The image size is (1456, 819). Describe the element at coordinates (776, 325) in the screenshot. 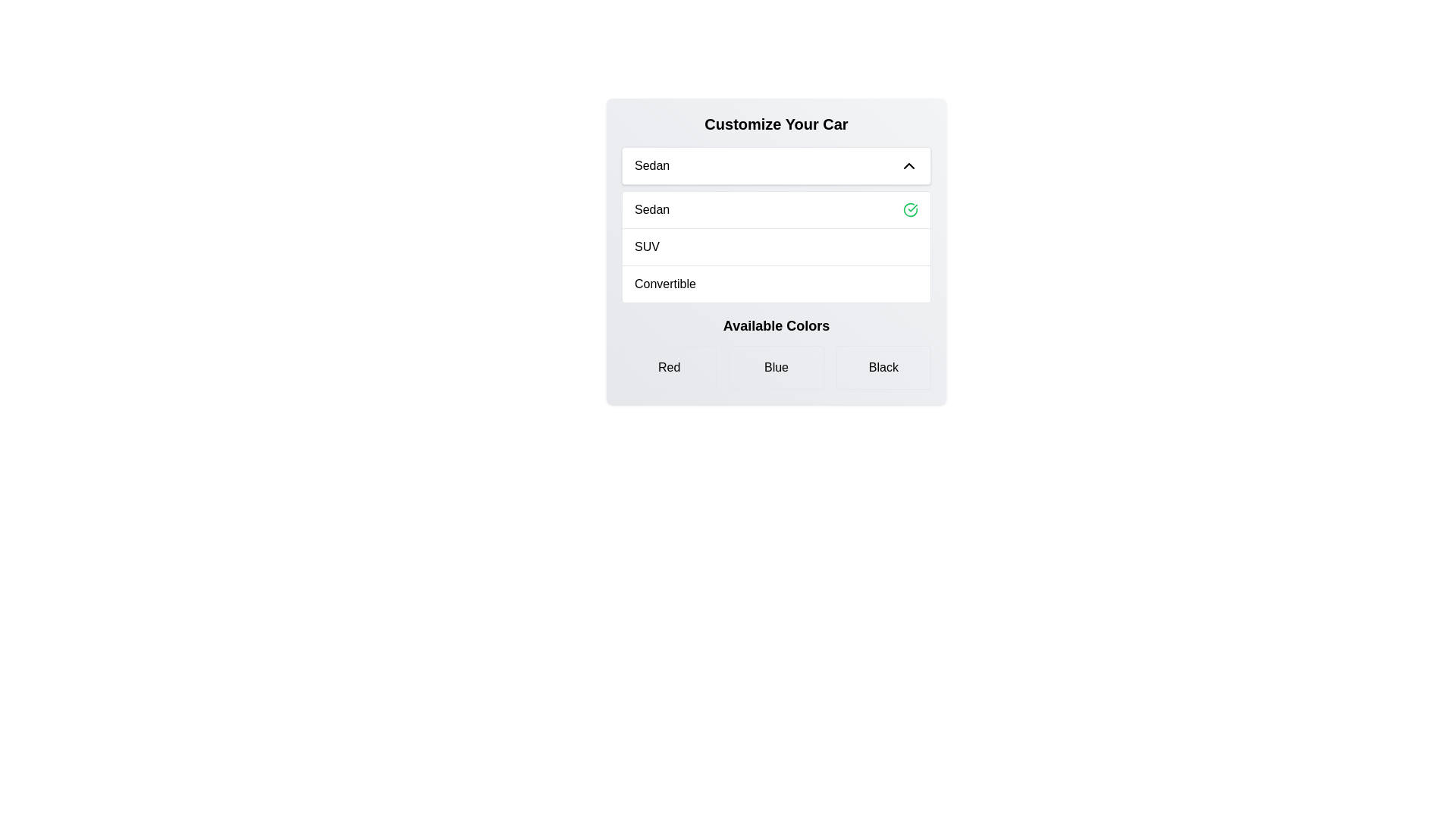

I see `the 'Available Colors' header text label, which is a larger, bold font positioned above the color options in the color selection section` at that location.